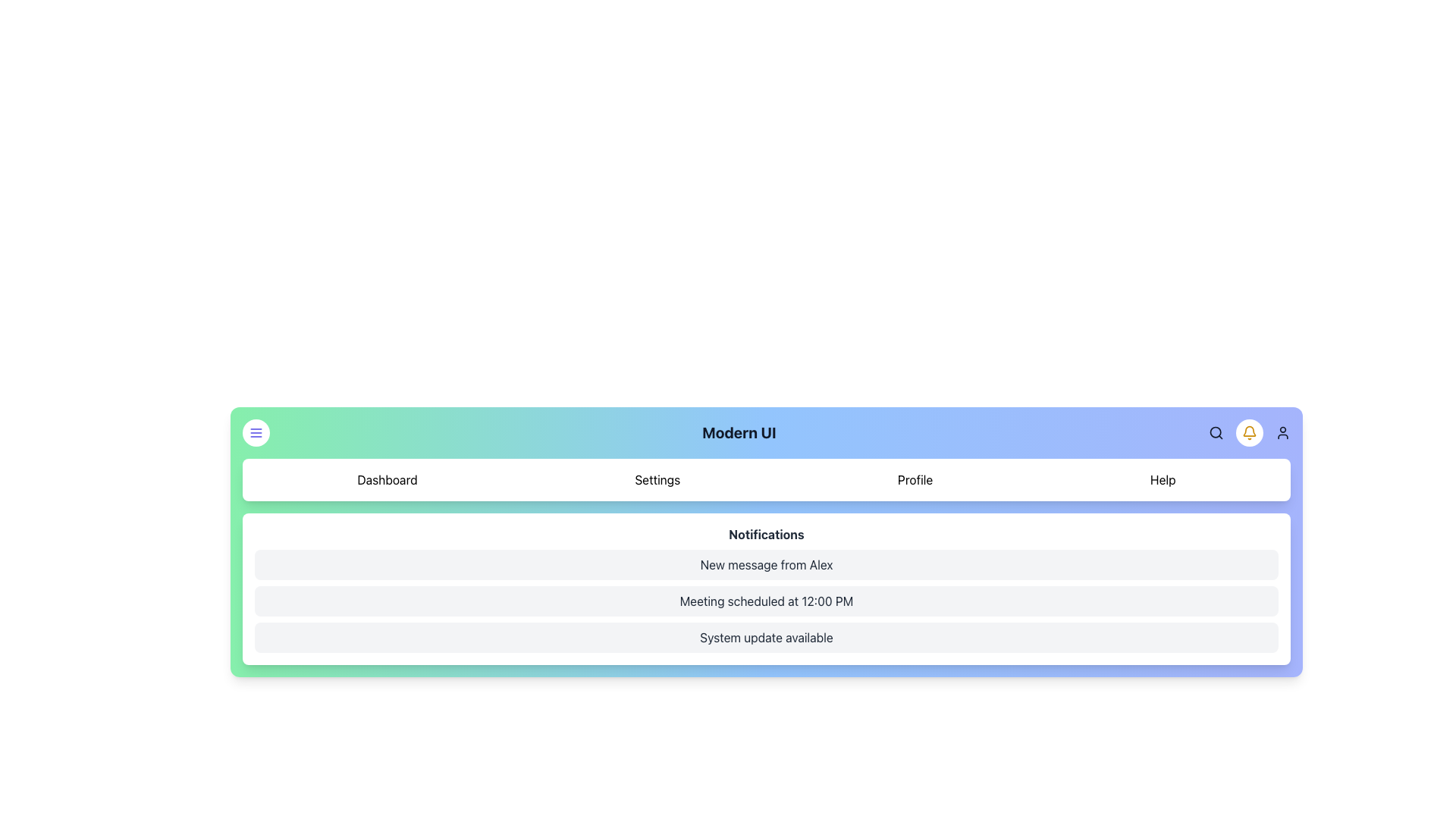  I want to click on the menu toggle icon located in the top-left corner of the header bar to trigger the hover effect, so click(256, 432).